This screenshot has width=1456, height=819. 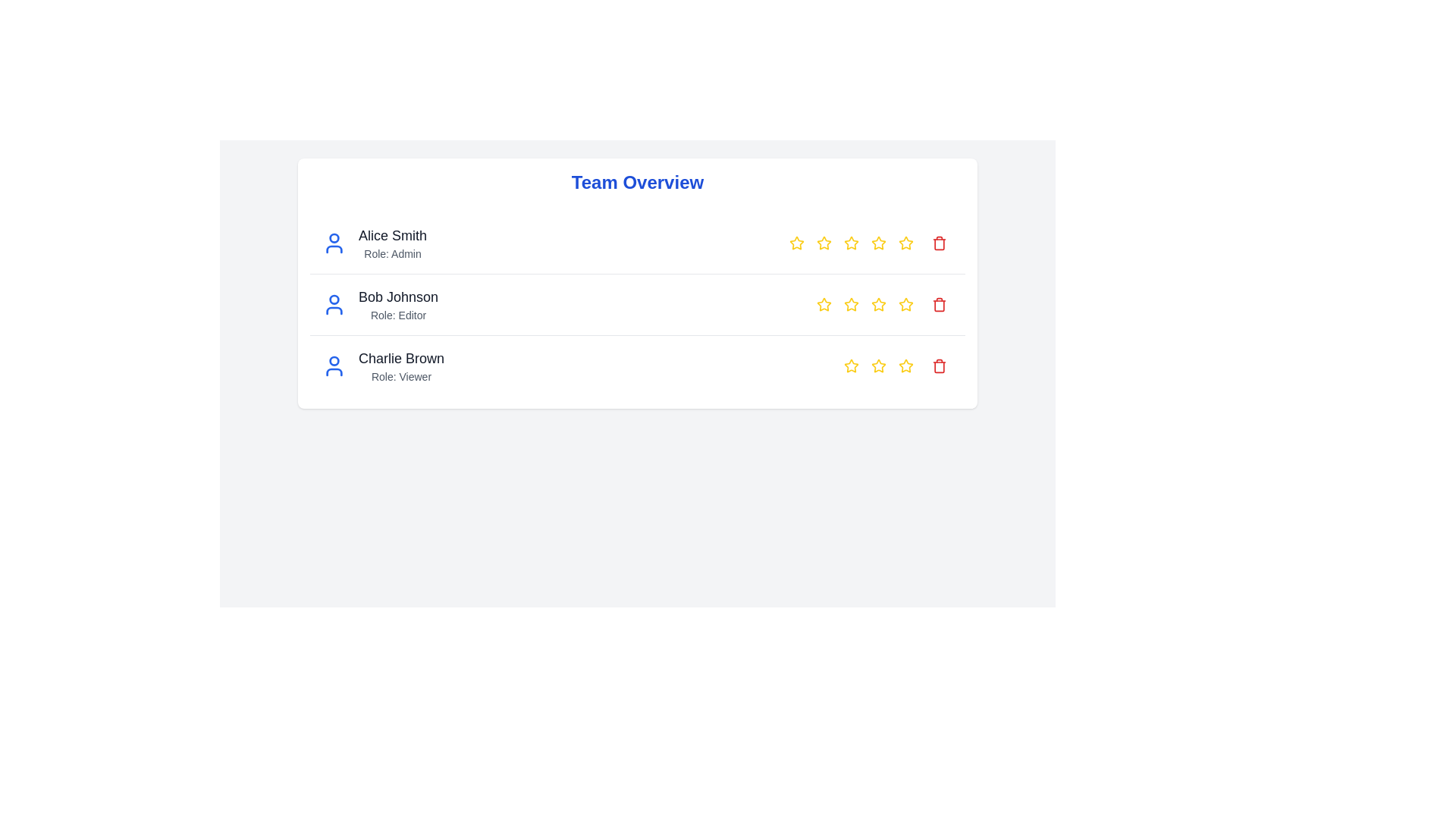 I want to click on the fourth star icon from left to right in the rating row associated with Charlie Brown to rate it, so click(x=905, y=366).